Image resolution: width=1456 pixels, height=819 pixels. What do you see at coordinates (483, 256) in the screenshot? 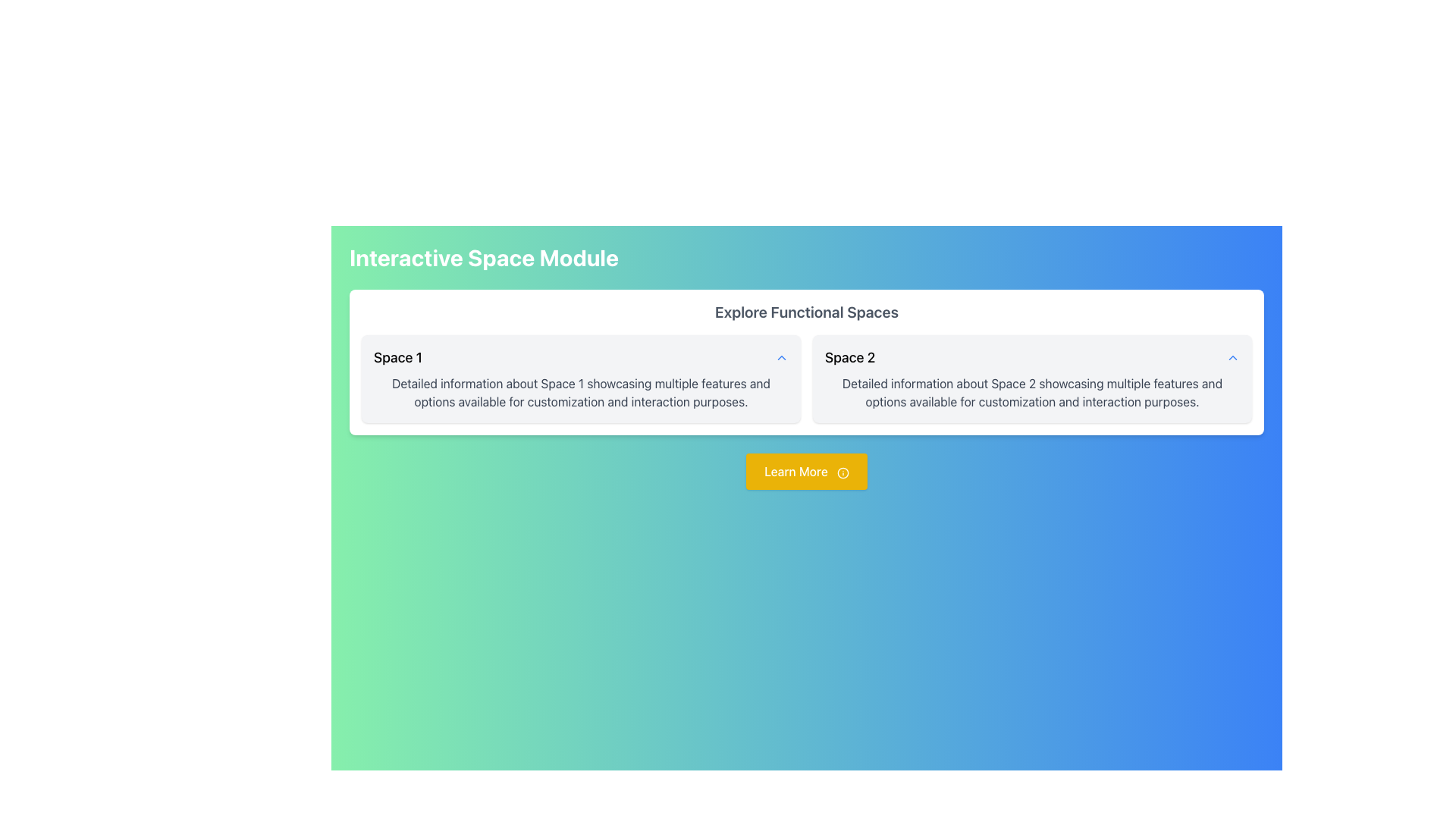
I see `the bold text label 'Interactive Space Module' located at the top-left corner of the interface, styled in large white font on a gradient background` at bounding box center [483, 256].